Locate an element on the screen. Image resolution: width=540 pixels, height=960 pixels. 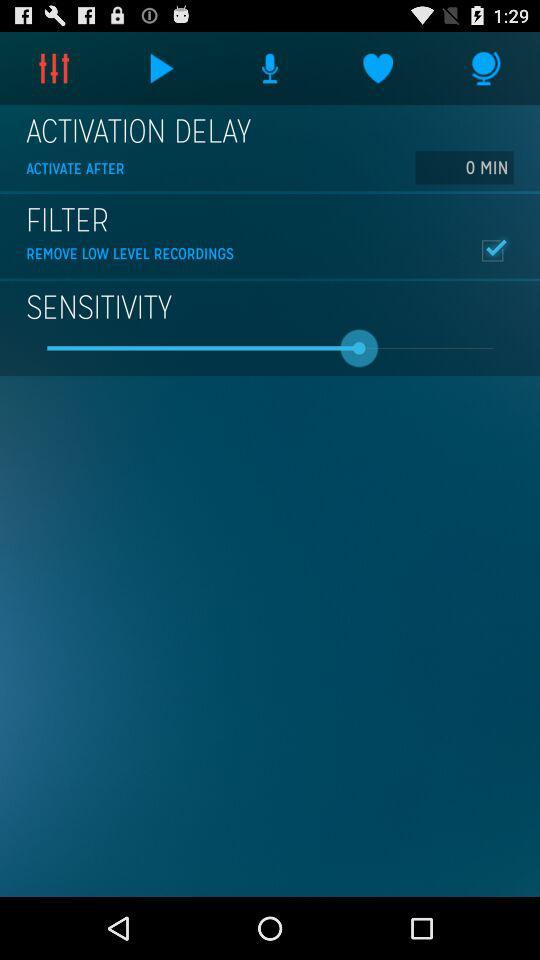
item below the 0 min icon is located at coordinates (491, 249).